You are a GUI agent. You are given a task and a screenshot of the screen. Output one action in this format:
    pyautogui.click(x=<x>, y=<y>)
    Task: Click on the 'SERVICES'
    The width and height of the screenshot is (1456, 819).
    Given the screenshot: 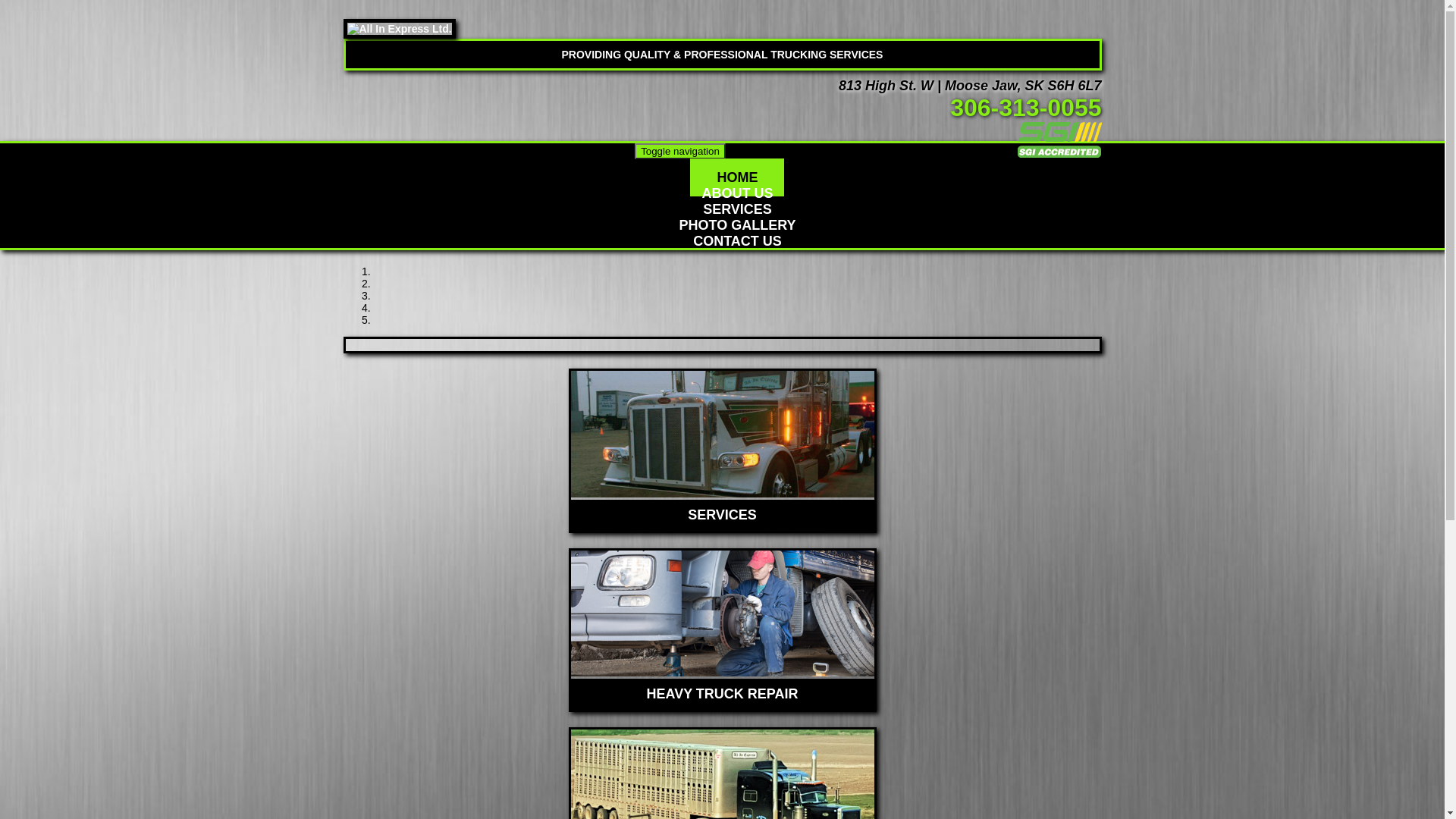 What is the action you would take?
    pyautogui.click(x=676, y=209)
    